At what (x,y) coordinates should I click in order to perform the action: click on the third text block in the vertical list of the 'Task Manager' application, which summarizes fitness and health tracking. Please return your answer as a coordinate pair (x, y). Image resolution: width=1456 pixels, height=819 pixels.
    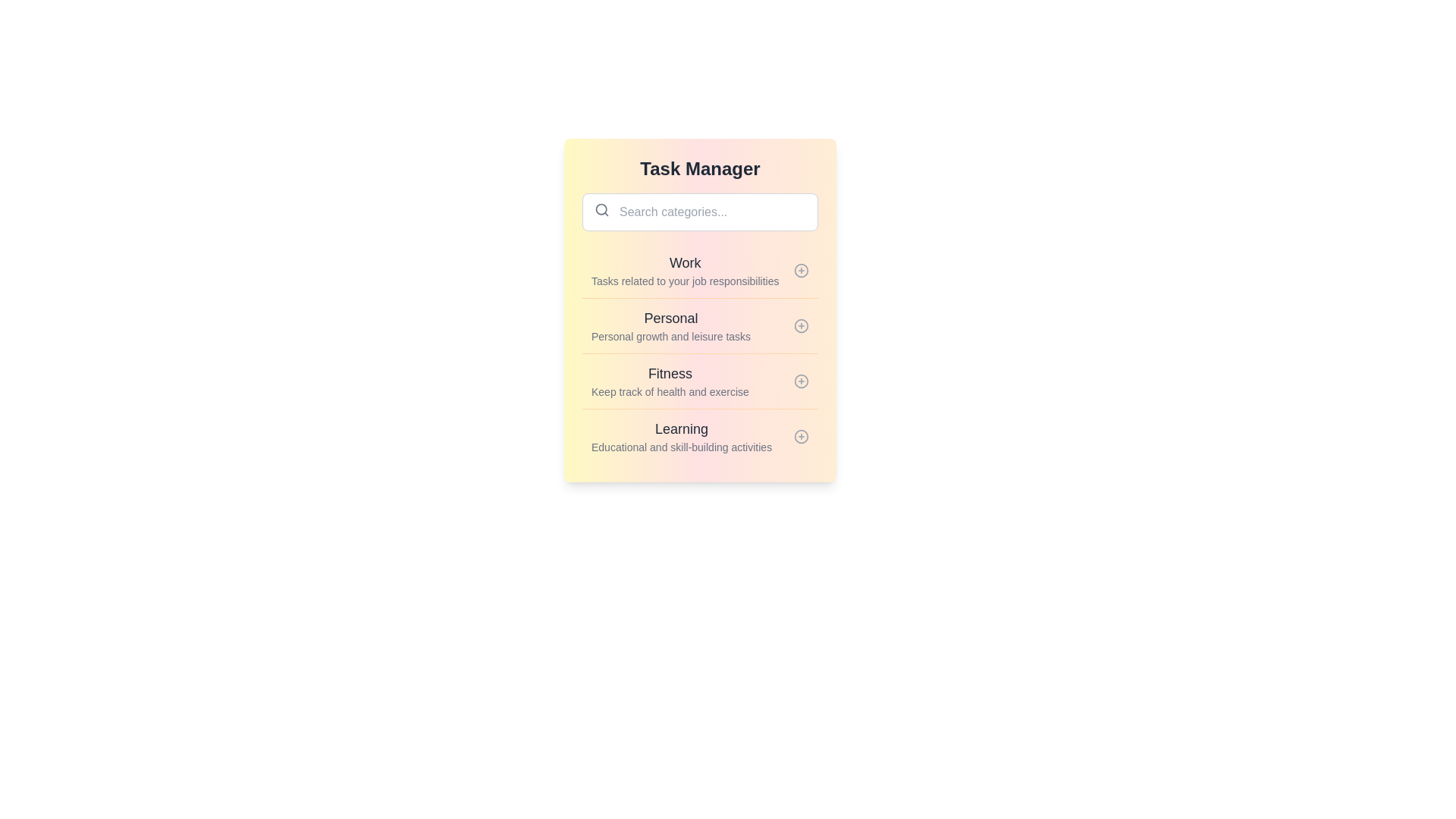
    Looking at the image, I should click on (669, 380).